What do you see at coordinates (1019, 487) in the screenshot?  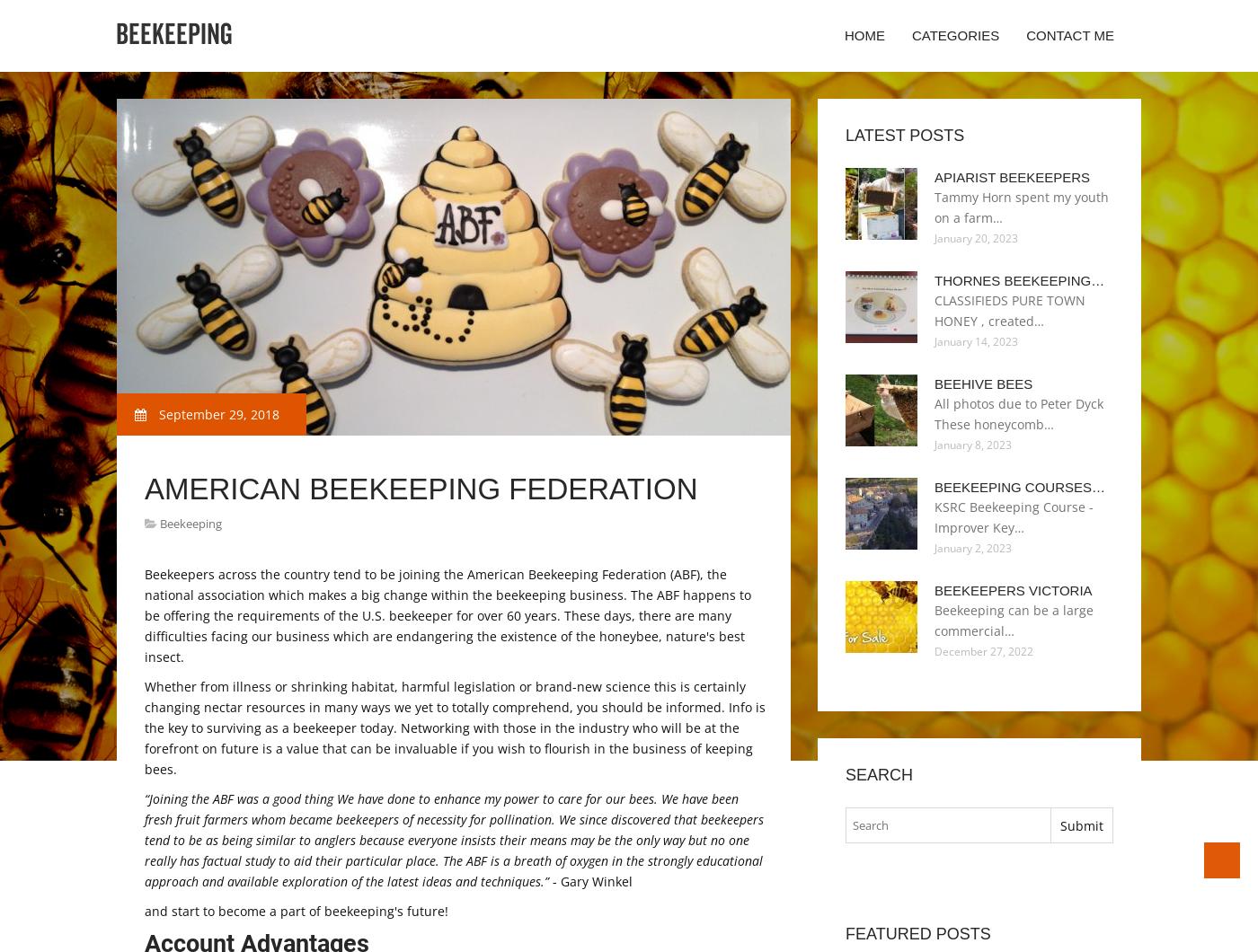 I see `'Beekeeping Courses…'` at bounding box center [1019, 487].